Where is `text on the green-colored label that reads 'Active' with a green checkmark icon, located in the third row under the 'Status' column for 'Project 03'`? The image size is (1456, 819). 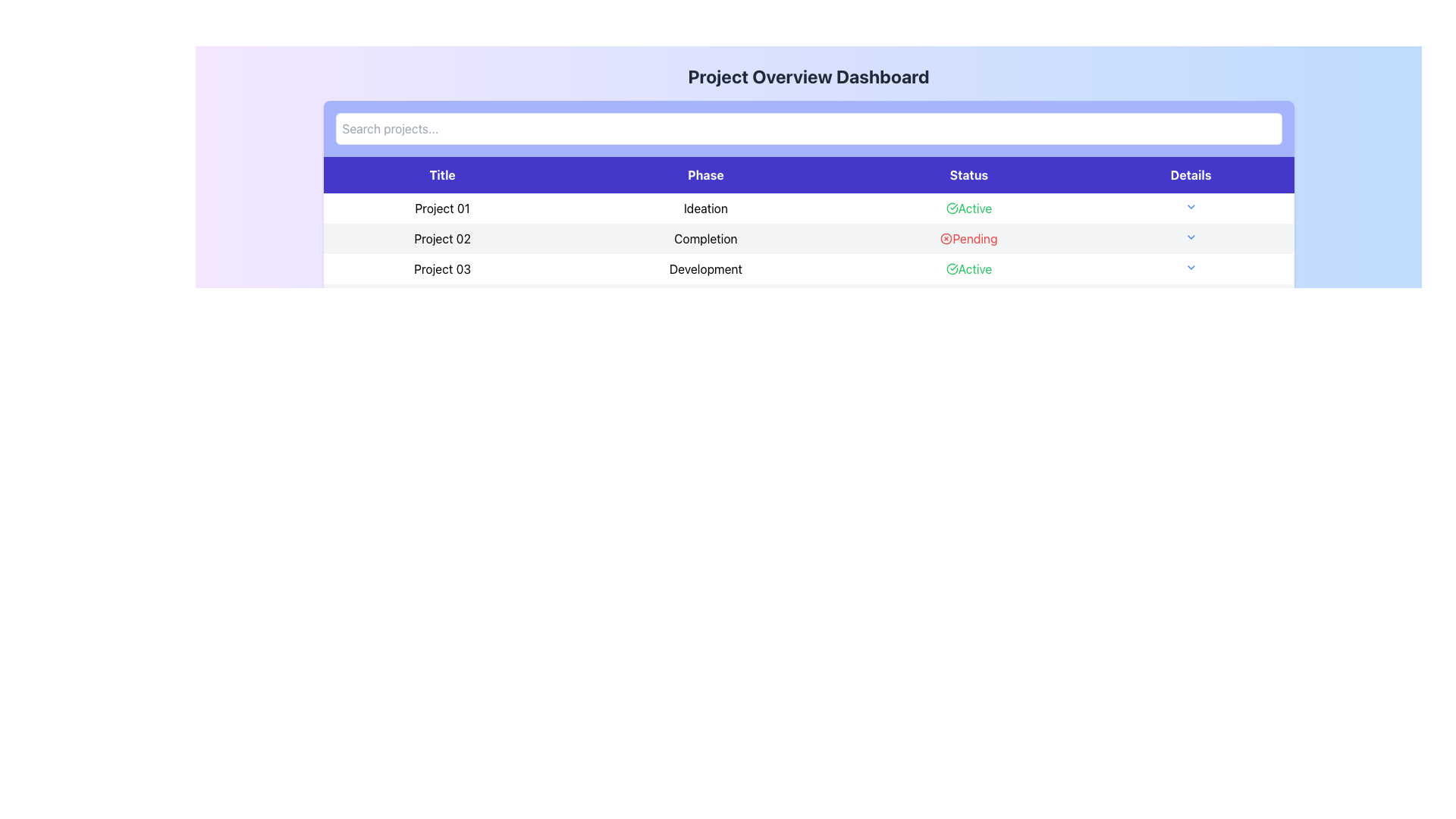 text on the green-colored label that reads 'Active' with a green checkmark icon, located in the third row under the 'Status' column for 'Project 03' is located at coordinates (968, 268).